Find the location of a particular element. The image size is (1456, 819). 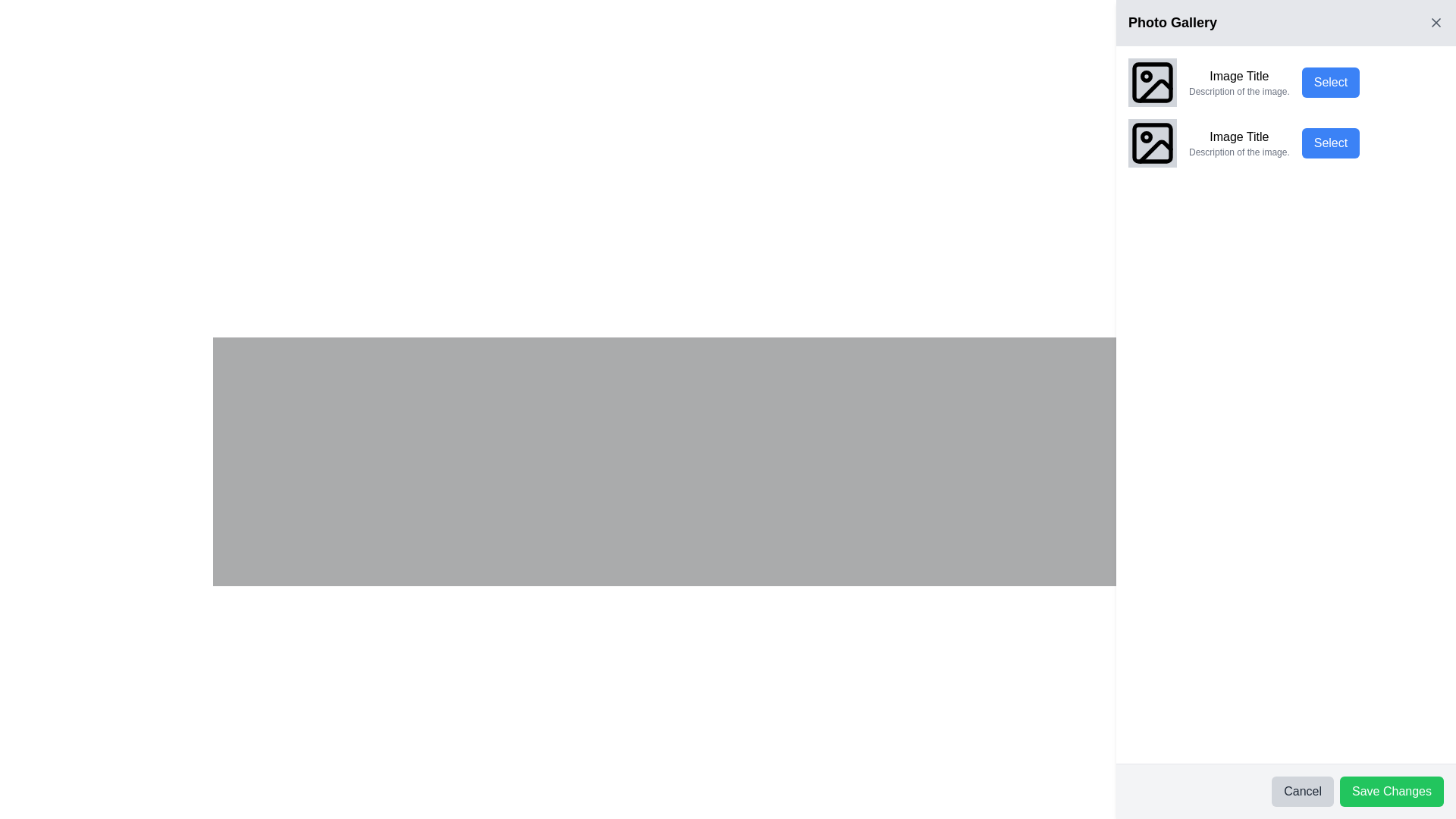

the text block containing 'Image Title' and 'Description of the image' for accessibility is located at coordinates (1239, 143).